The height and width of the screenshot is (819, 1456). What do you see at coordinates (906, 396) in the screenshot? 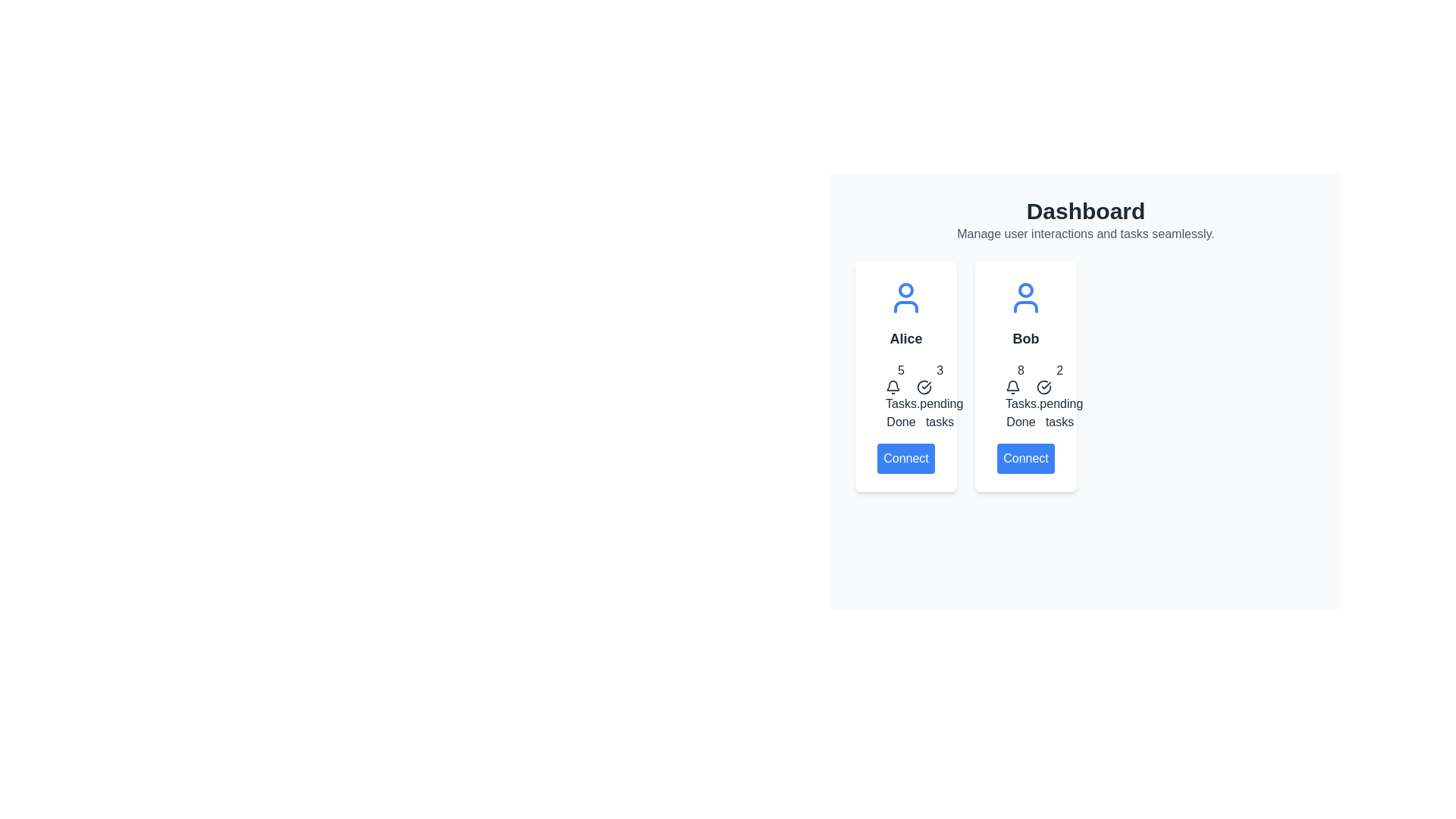
I see `the informational display showing '5' tasks done and '3' pending tasks, located in the card for 'Alice'` at bounding box center [906, 396].